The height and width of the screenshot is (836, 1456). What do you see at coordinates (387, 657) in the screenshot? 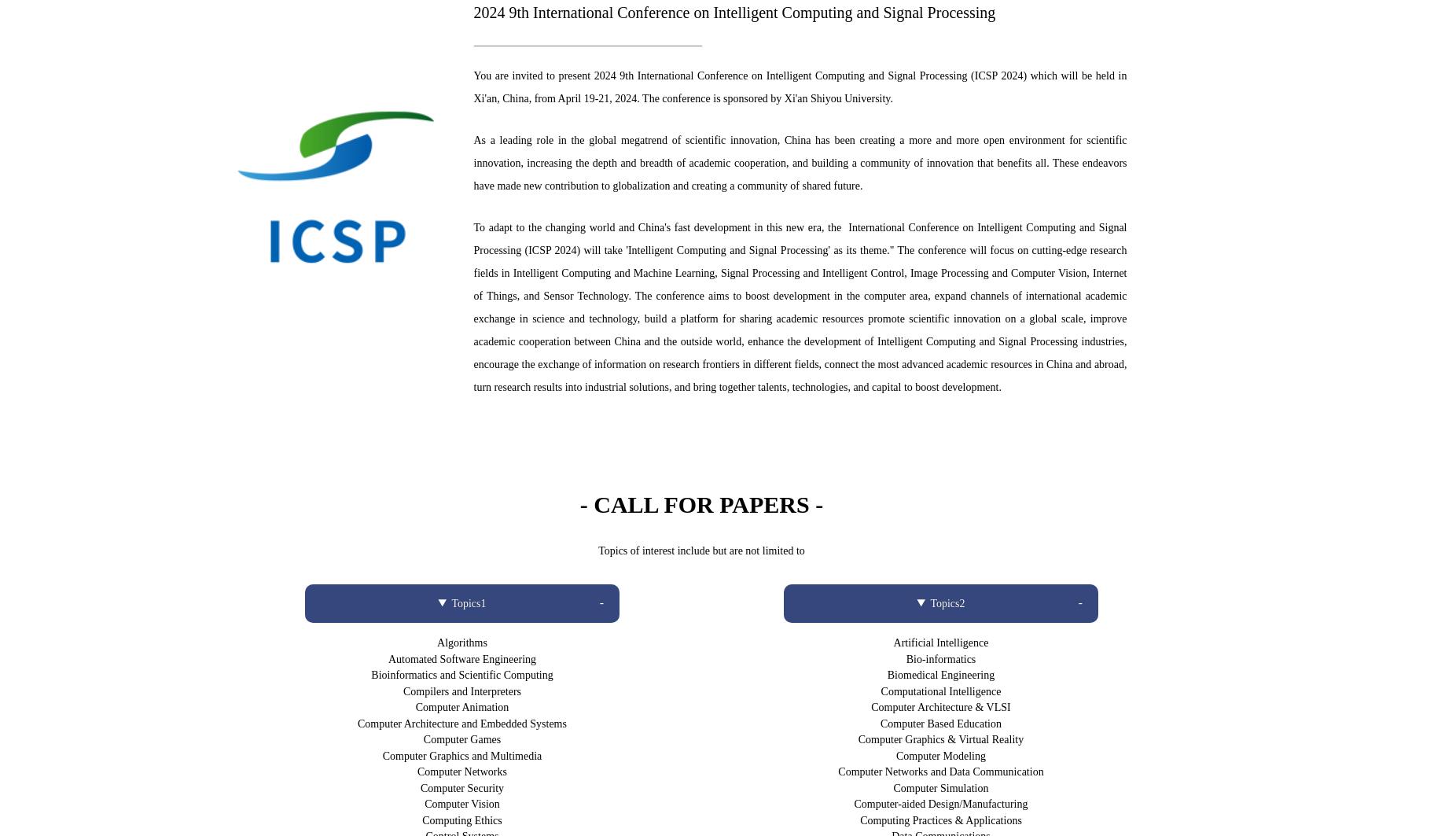
I see `'Automated Software Engineering'` at bounding box center [387, 657].